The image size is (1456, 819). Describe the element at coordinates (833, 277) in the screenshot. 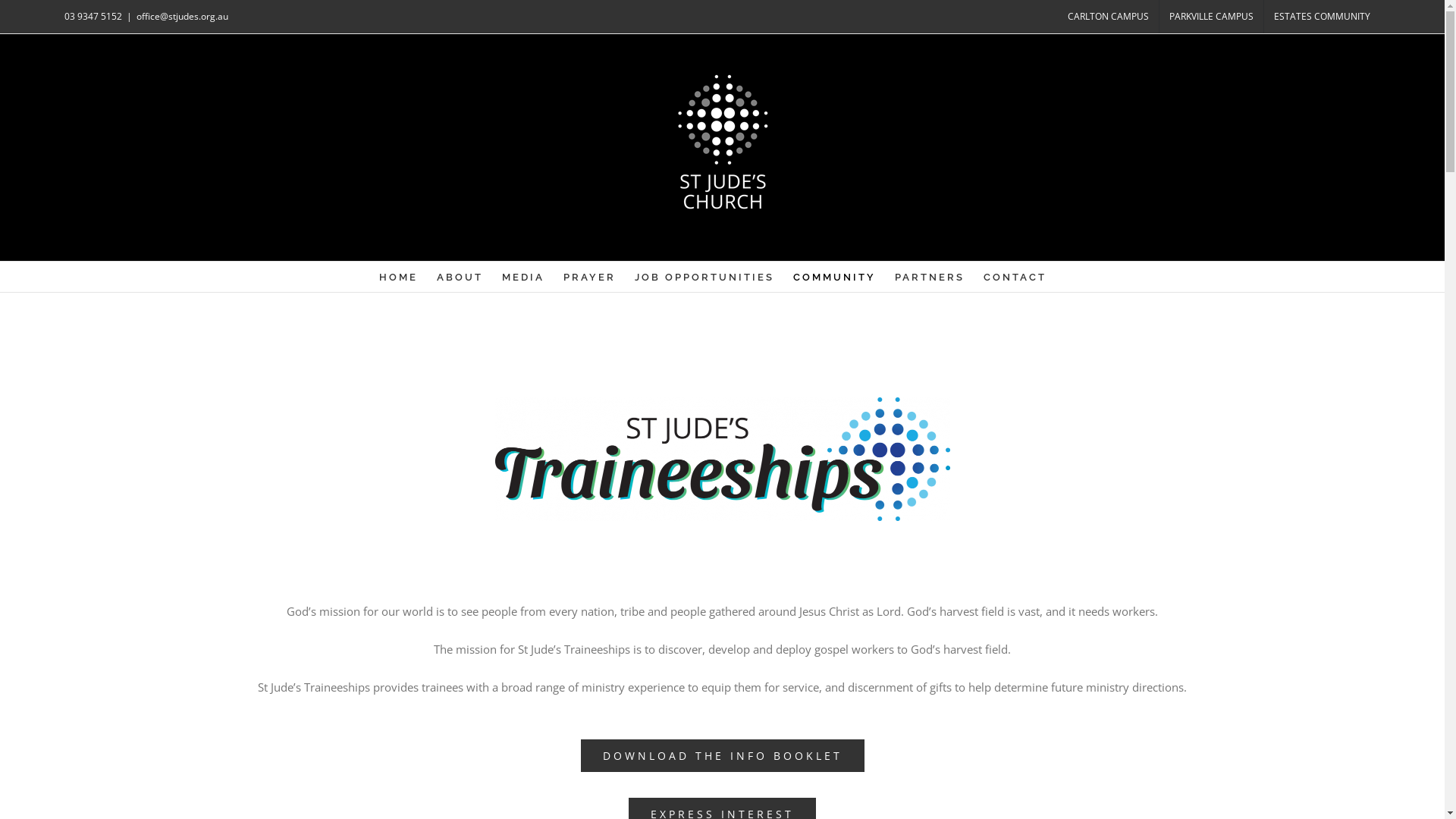

I see `'COMMUNITY'` at that location.